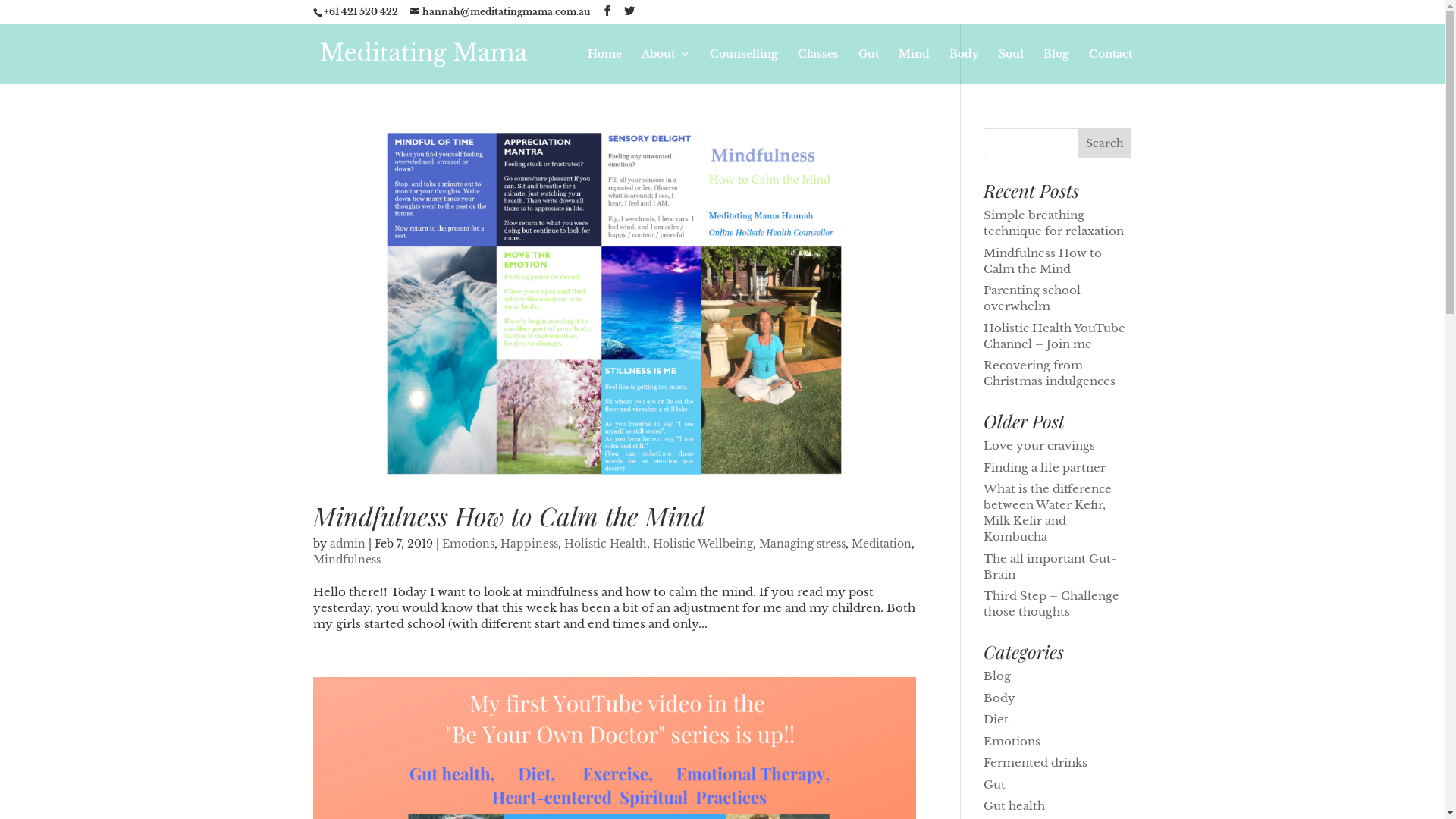  I want to click on 'Classes', so click(817, 65).